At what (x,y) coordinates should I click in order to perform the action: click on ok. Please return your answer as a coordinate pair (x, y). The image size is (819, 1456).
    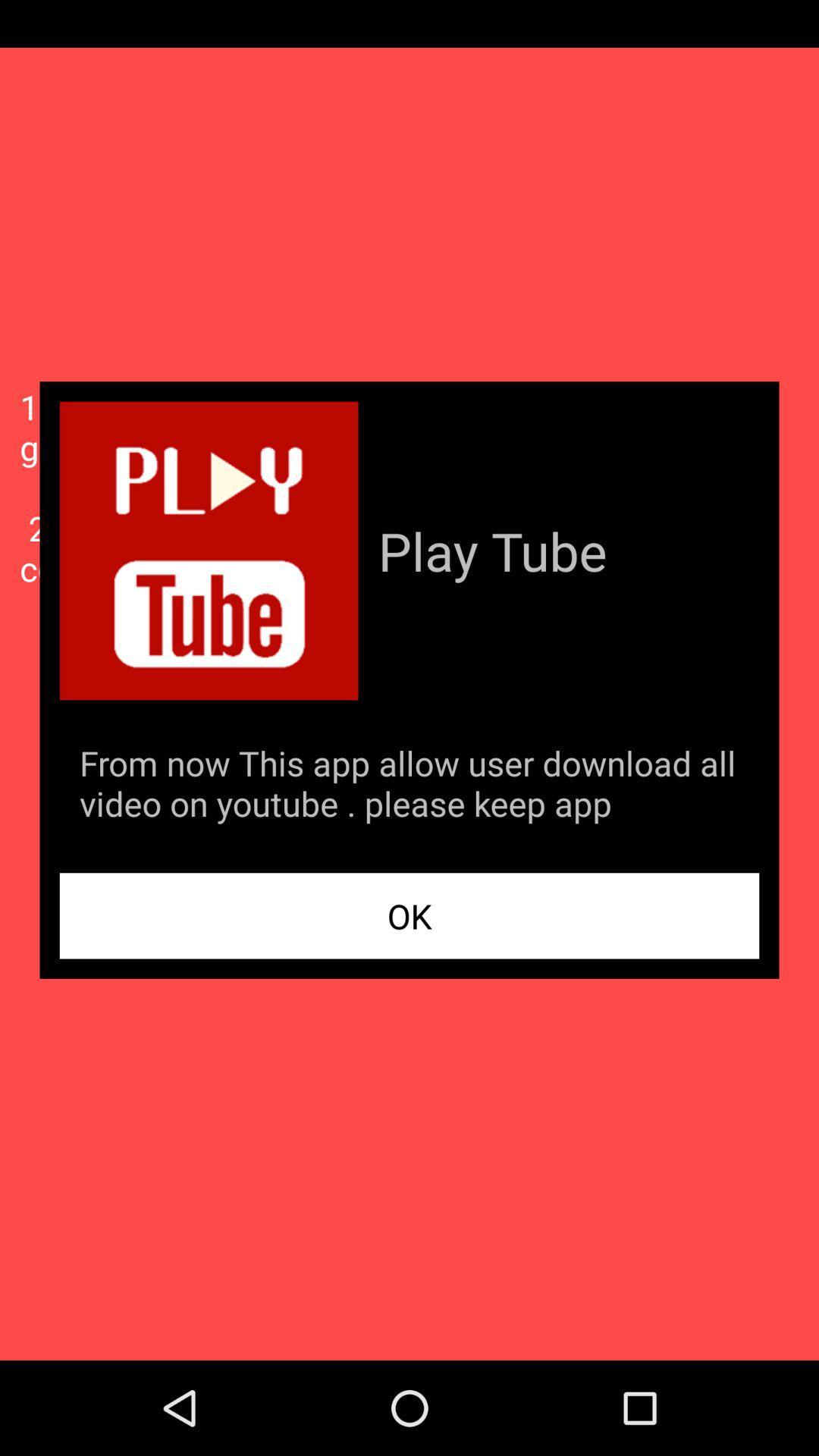
    Looking at the image, I should click on (409, 915).